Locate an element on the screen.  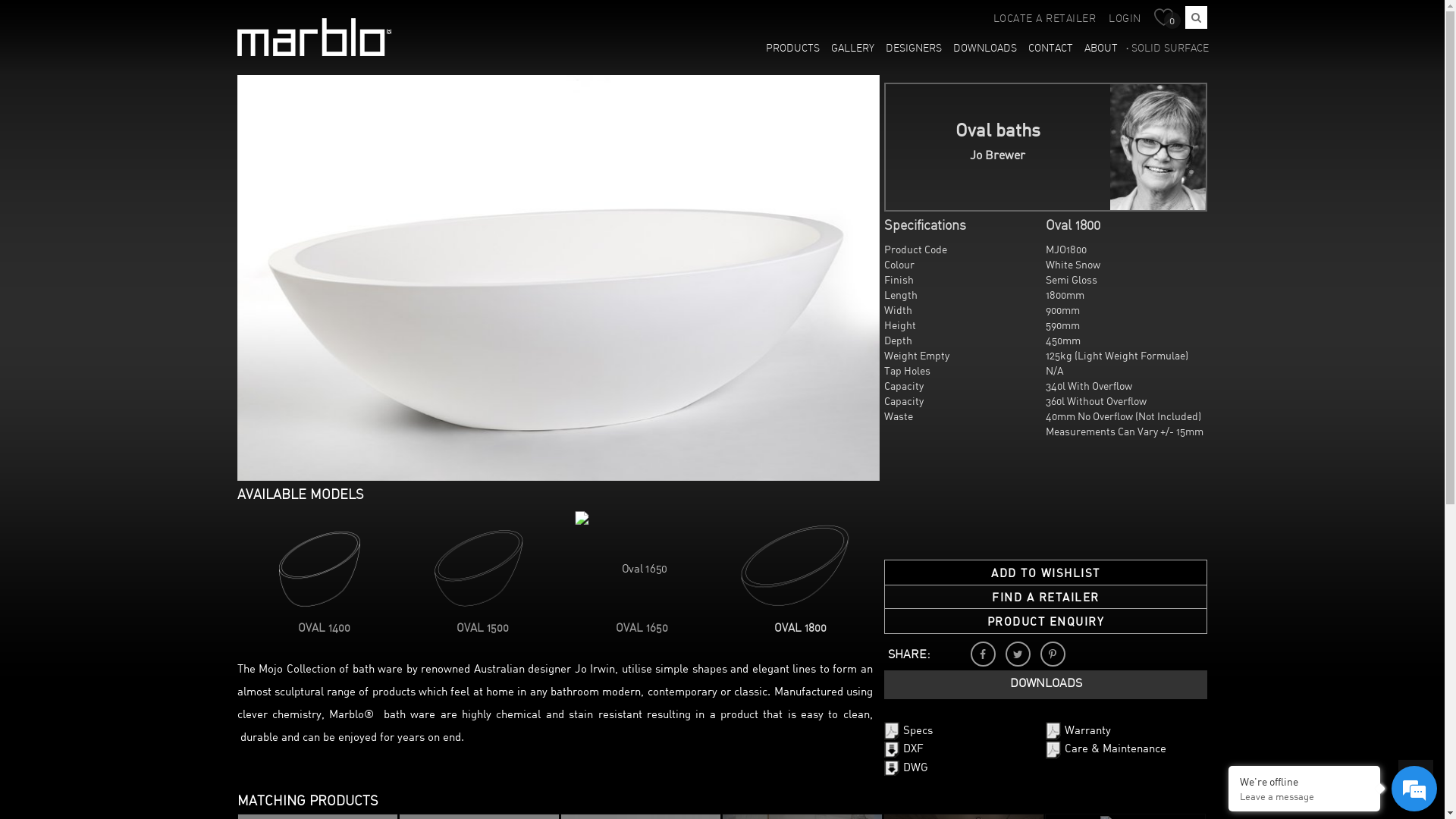
'LOGIN' is located at coordinates (1125, 19).